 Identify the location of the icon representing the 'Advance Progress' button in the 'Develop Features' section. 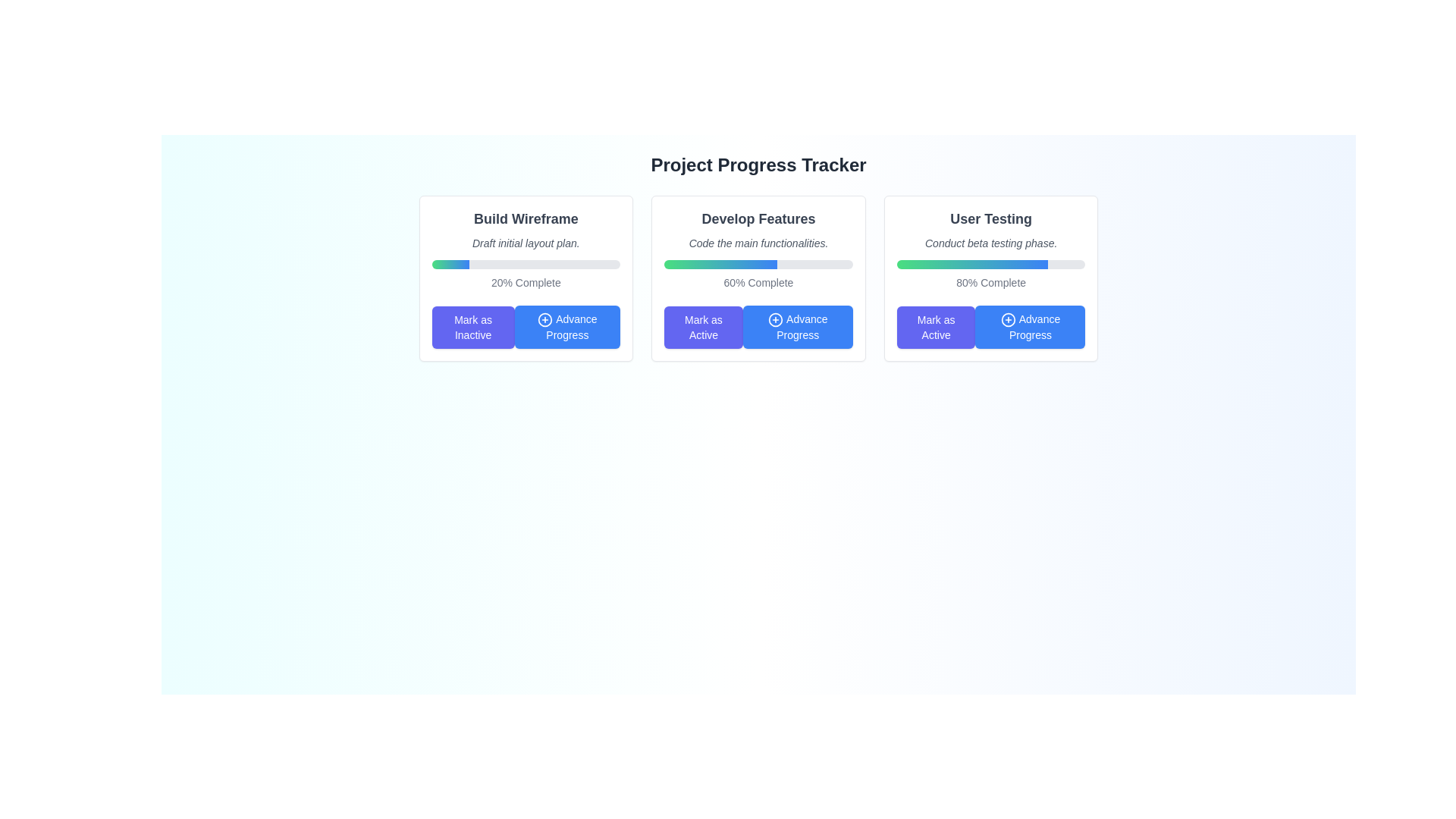
(775, 319).